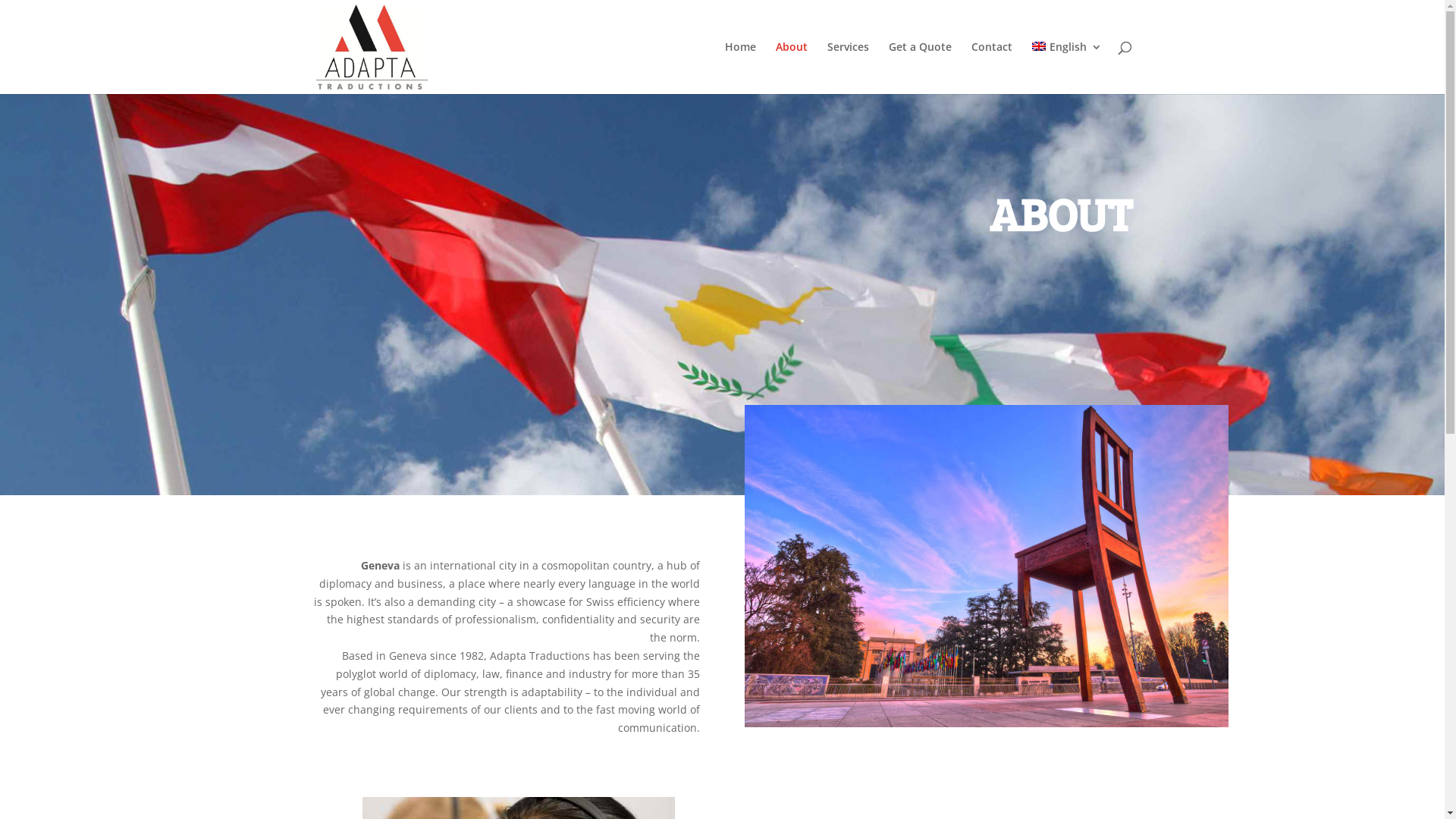 The height and width of the screenshot is (819, 1456). What do you see at coordinates (919, 67) in the screenshot?
I see `'Get a Quote'` at bounding box center [919, 67].